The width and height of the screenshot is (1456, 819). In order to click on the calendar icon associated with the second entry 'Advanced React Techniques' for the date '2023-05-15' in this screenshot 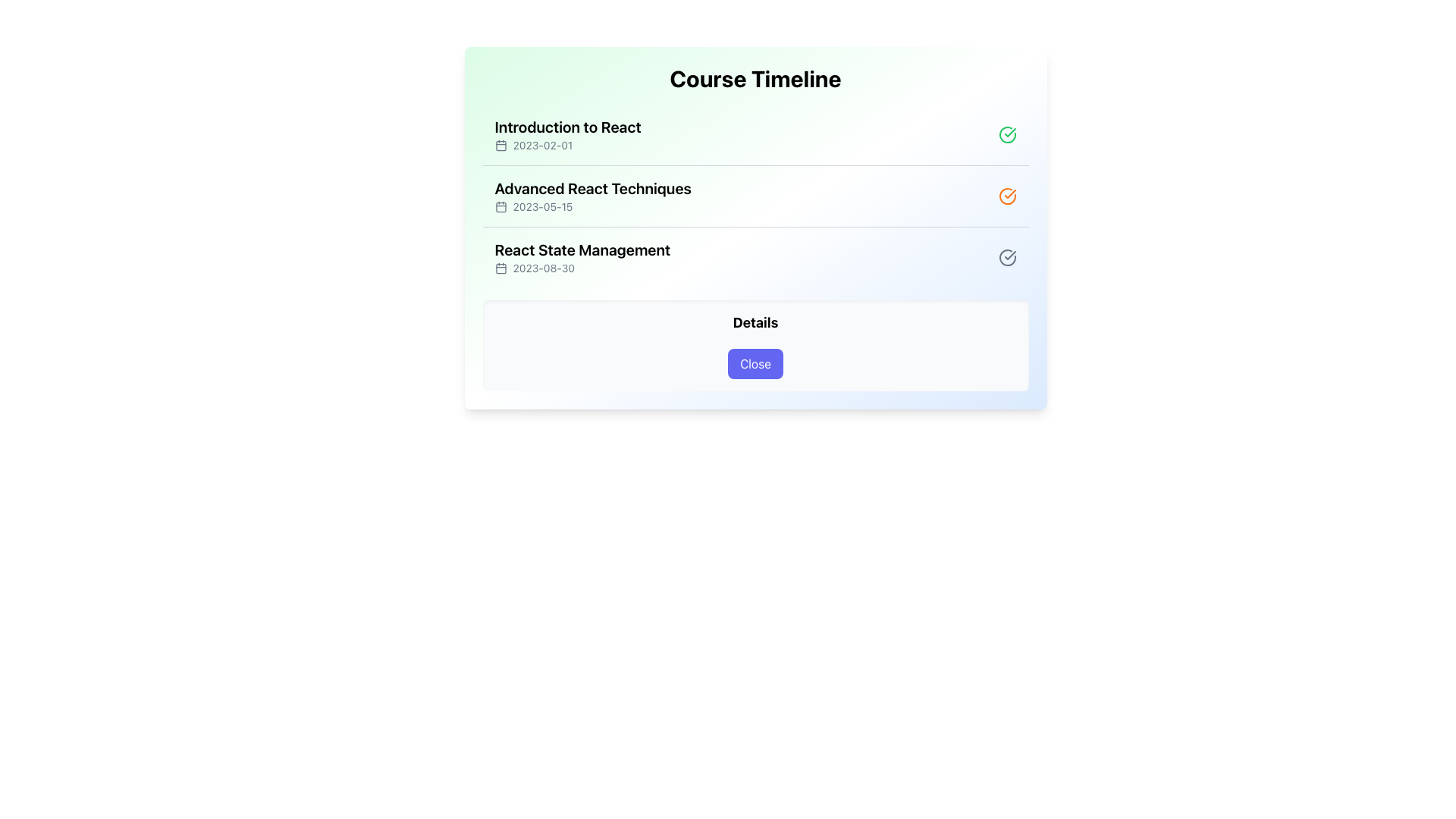, I will do `click(500, 207)`.